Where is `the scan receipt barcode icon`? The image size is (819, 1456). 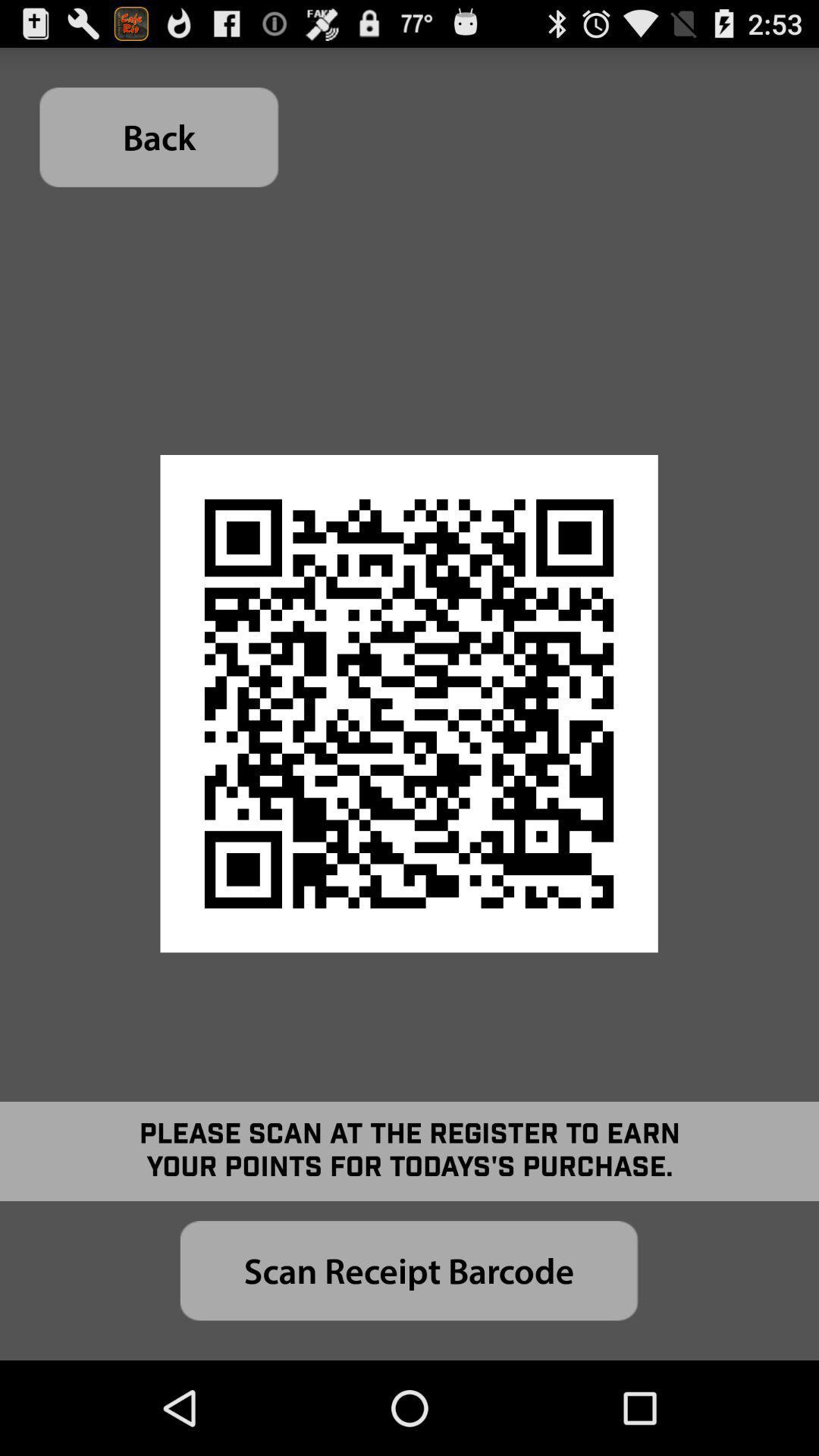
the scan receipt barcode icon is located at coordinates (408, 1270).